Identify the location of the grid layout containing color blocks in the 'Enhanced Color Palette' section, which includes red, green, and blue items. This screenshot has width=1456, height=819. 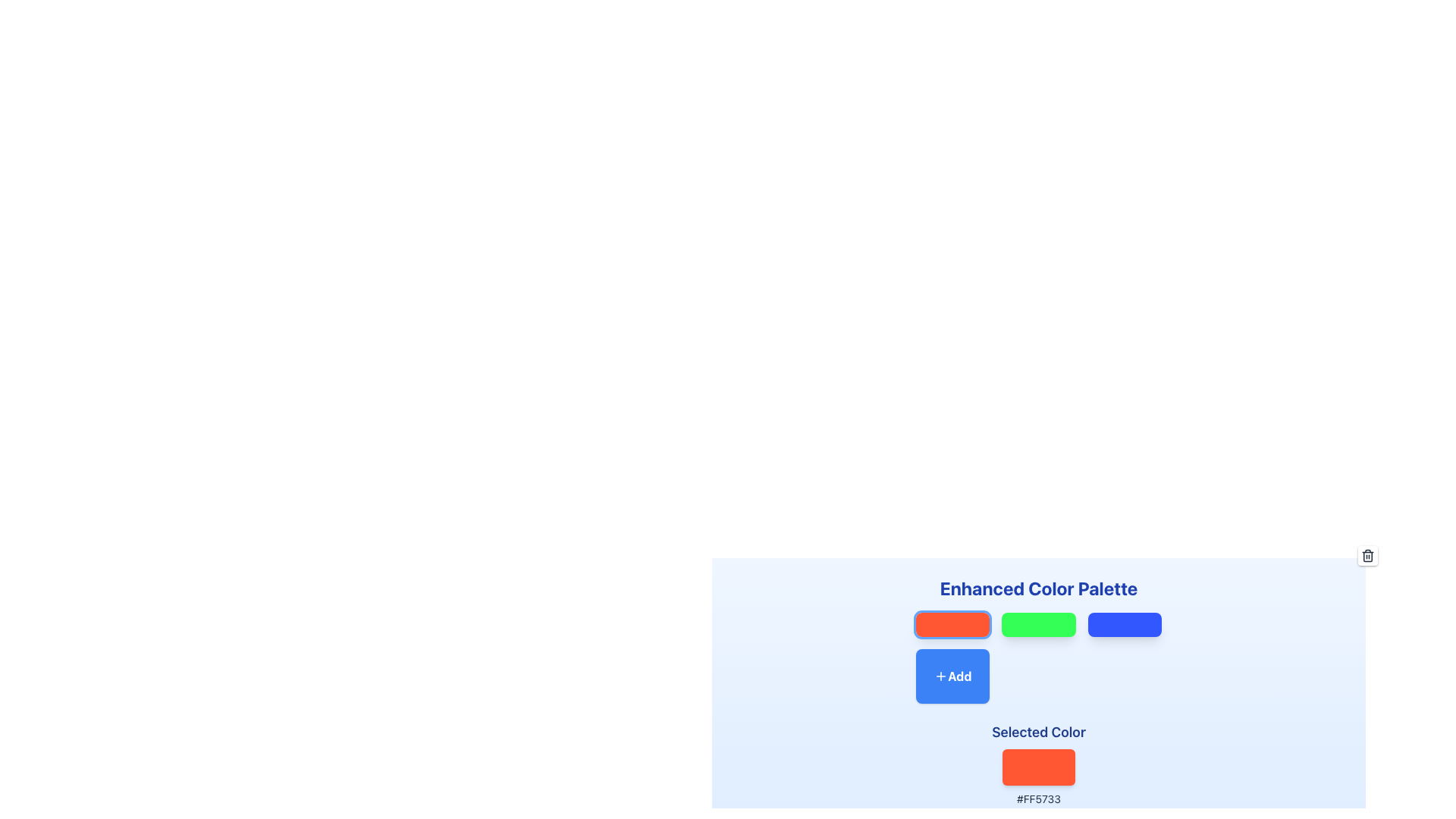
(1037, 657).